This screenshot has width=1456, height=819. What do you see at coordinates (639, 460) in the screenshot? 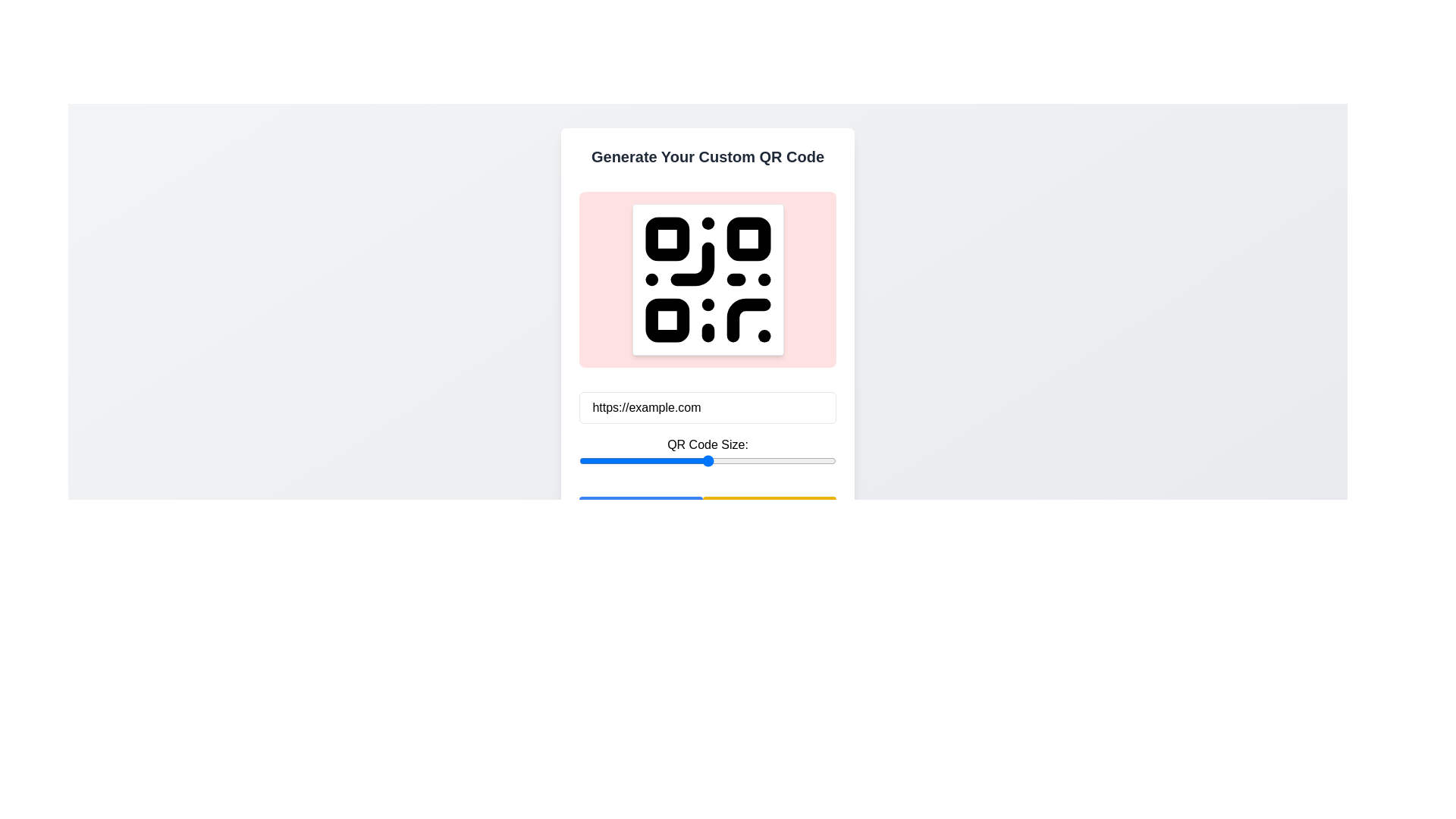
I see `QR code size` at bounding box center [639, 460].